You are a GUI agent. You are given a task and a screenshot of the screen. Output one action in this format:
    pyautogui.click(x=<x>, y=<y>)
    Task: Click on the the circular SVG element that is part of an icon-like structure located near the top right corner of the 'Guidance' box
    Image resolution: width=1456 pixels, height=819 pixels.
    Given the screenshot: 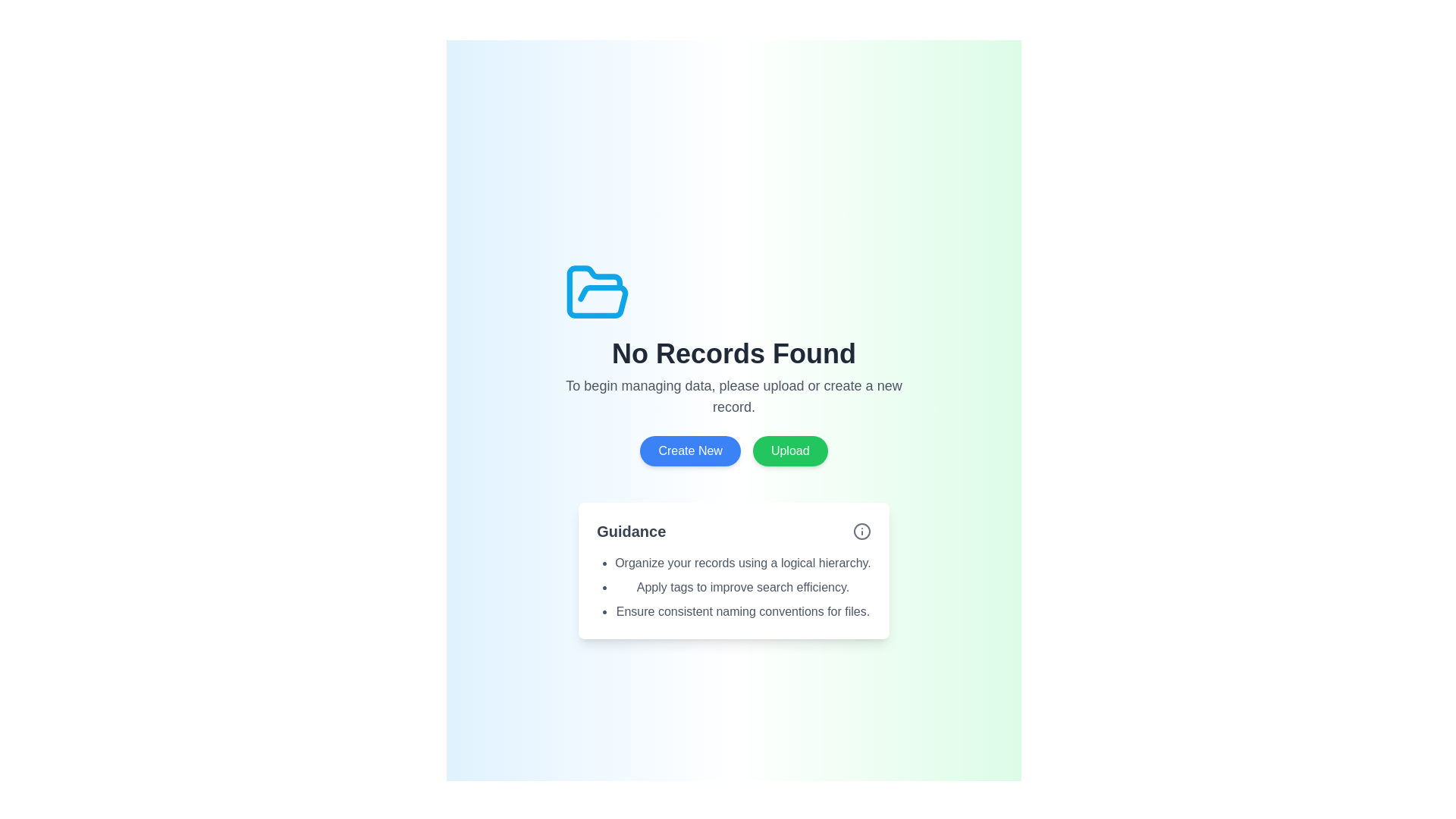 What is the action you would take?
    pyautogui.click(x=861, y=531)
    